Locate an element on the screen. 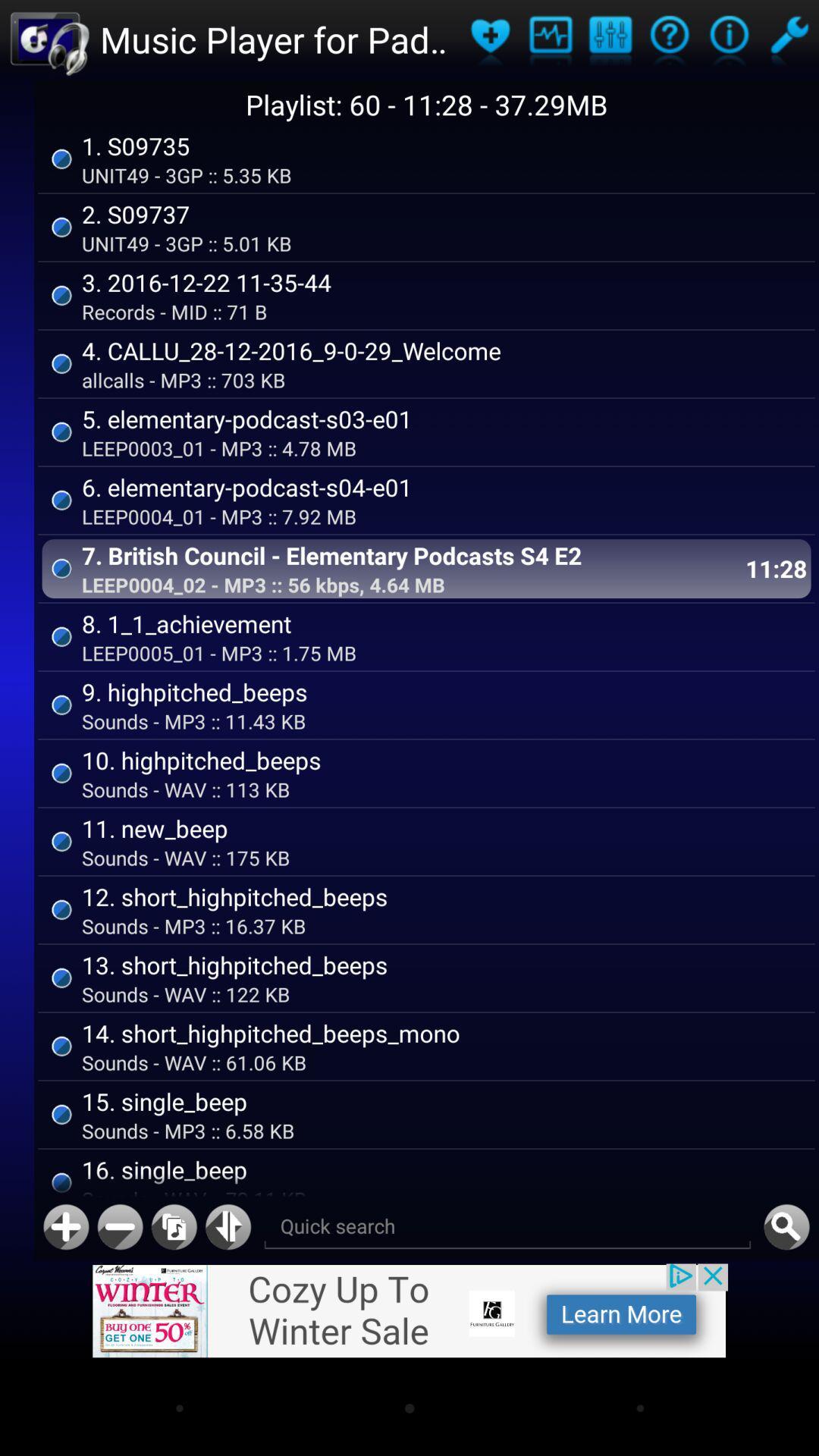 This screenshot has width=819, height=1456. advertisement is located at coordinates (409, 1310).